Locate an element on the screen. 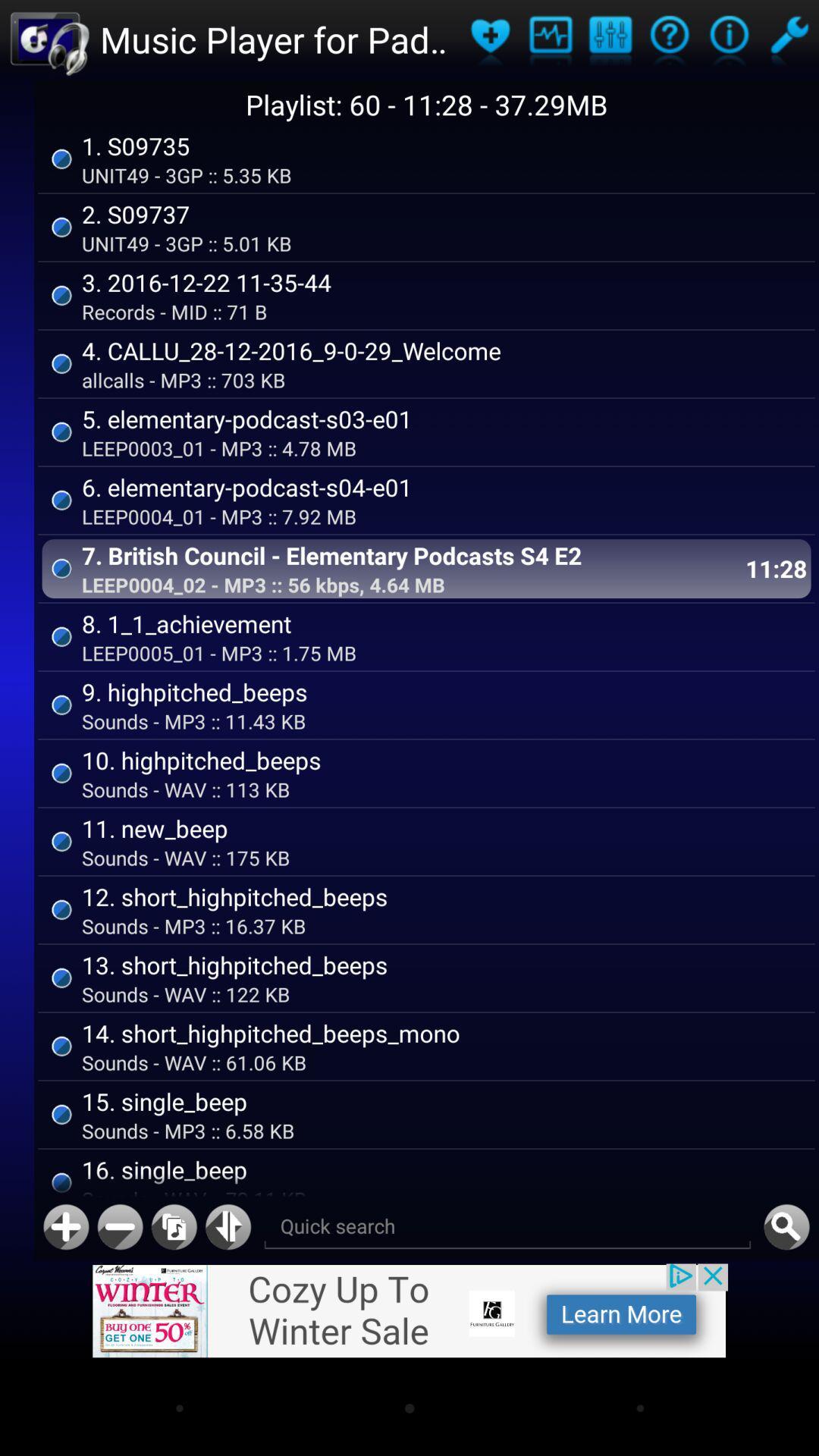 This screenshot has width=819, height=1456. advertisement is located at coordinates (409, 1310).